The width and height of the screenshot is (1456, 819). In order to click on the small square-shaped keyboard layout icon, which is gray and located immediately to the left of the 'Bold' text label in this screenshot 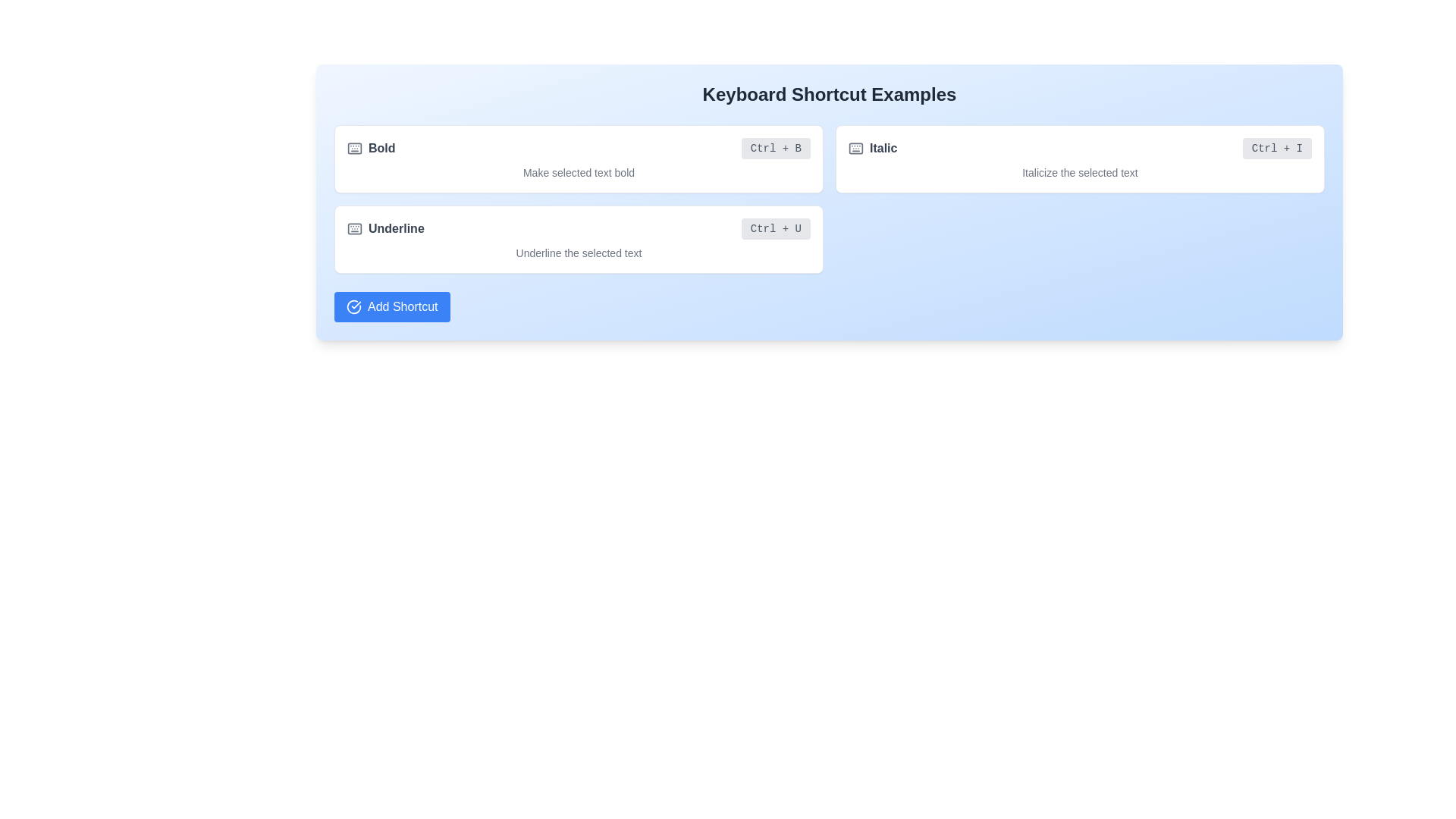, I will do `click(353, 149)`.